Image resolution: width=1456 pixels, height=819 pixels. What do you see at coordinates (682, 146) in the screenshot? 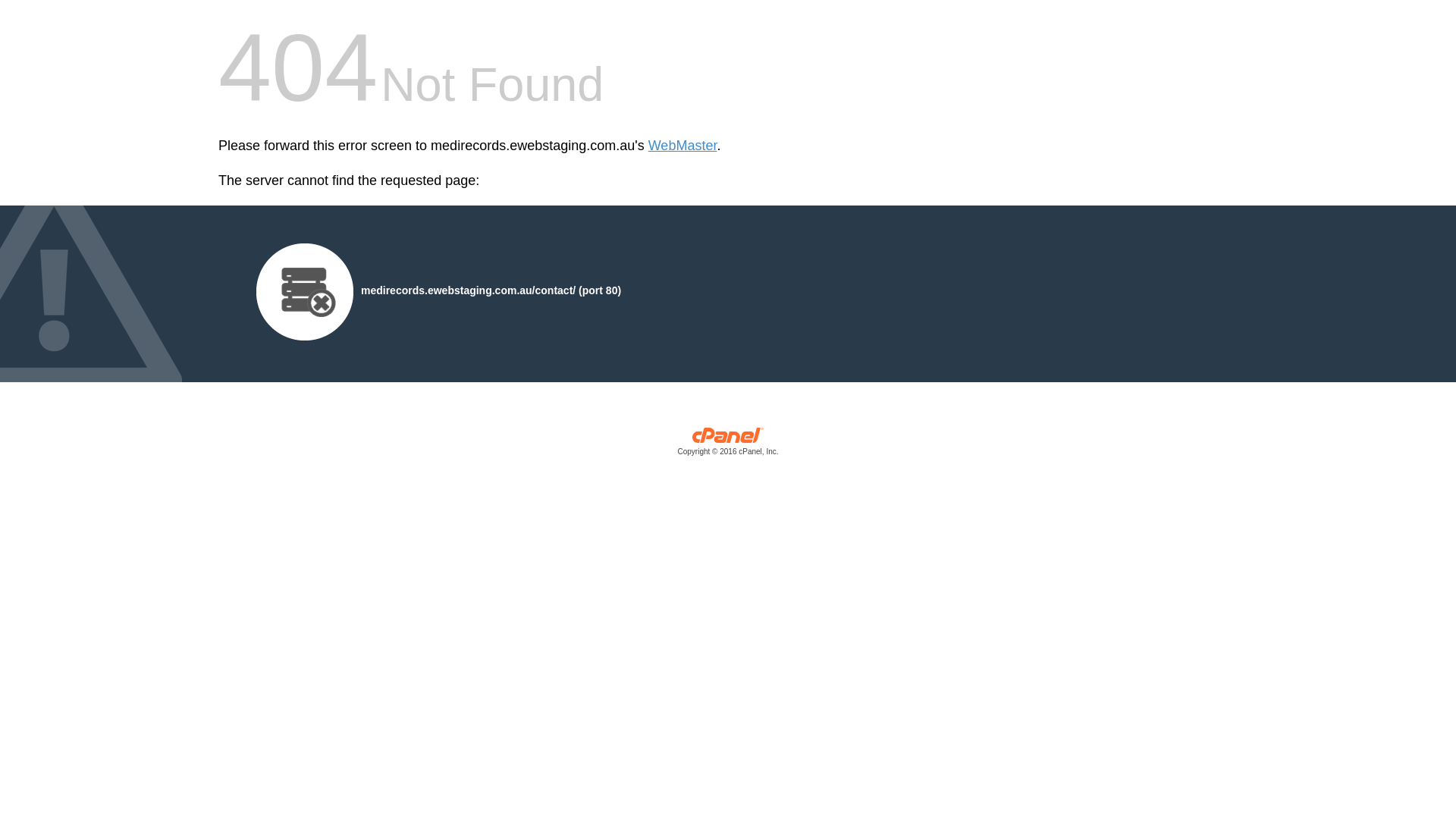
I see `'WebMaster'` at bounding box center [682, 146].